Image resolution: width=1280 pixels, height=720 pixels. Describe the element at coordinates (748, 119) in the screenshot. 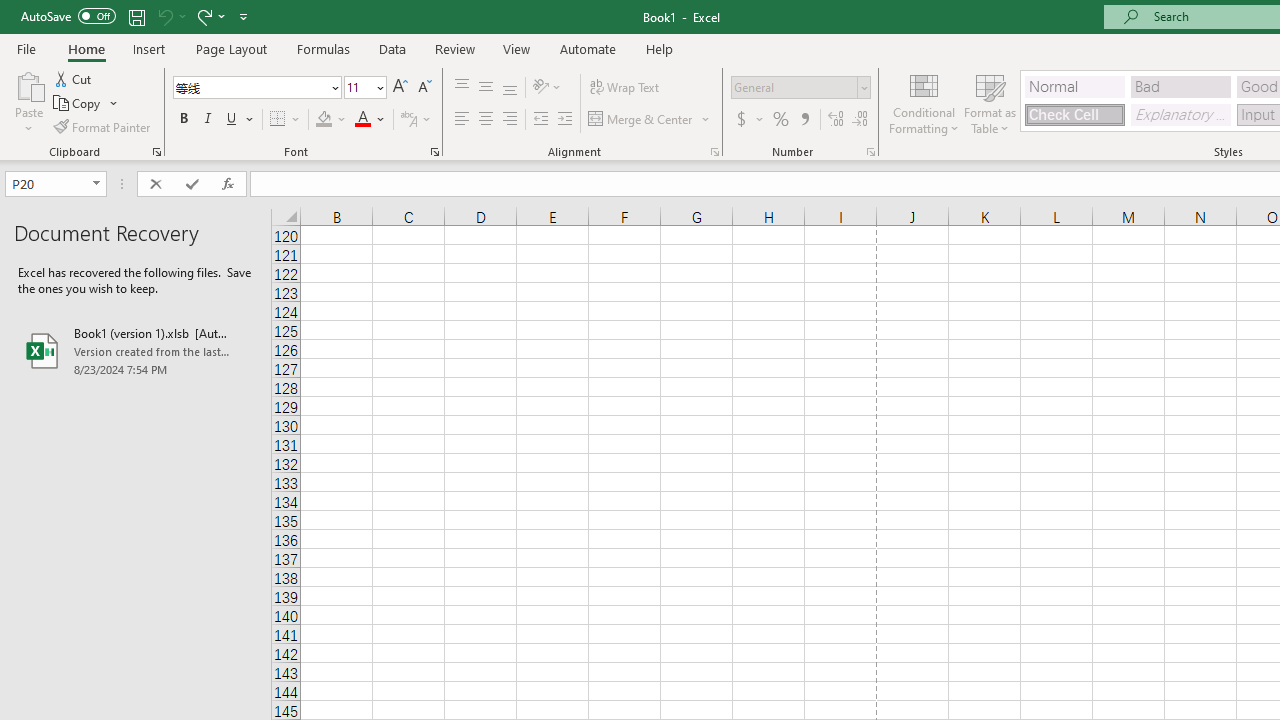

I see `'Accounting Number Format'` at that location.